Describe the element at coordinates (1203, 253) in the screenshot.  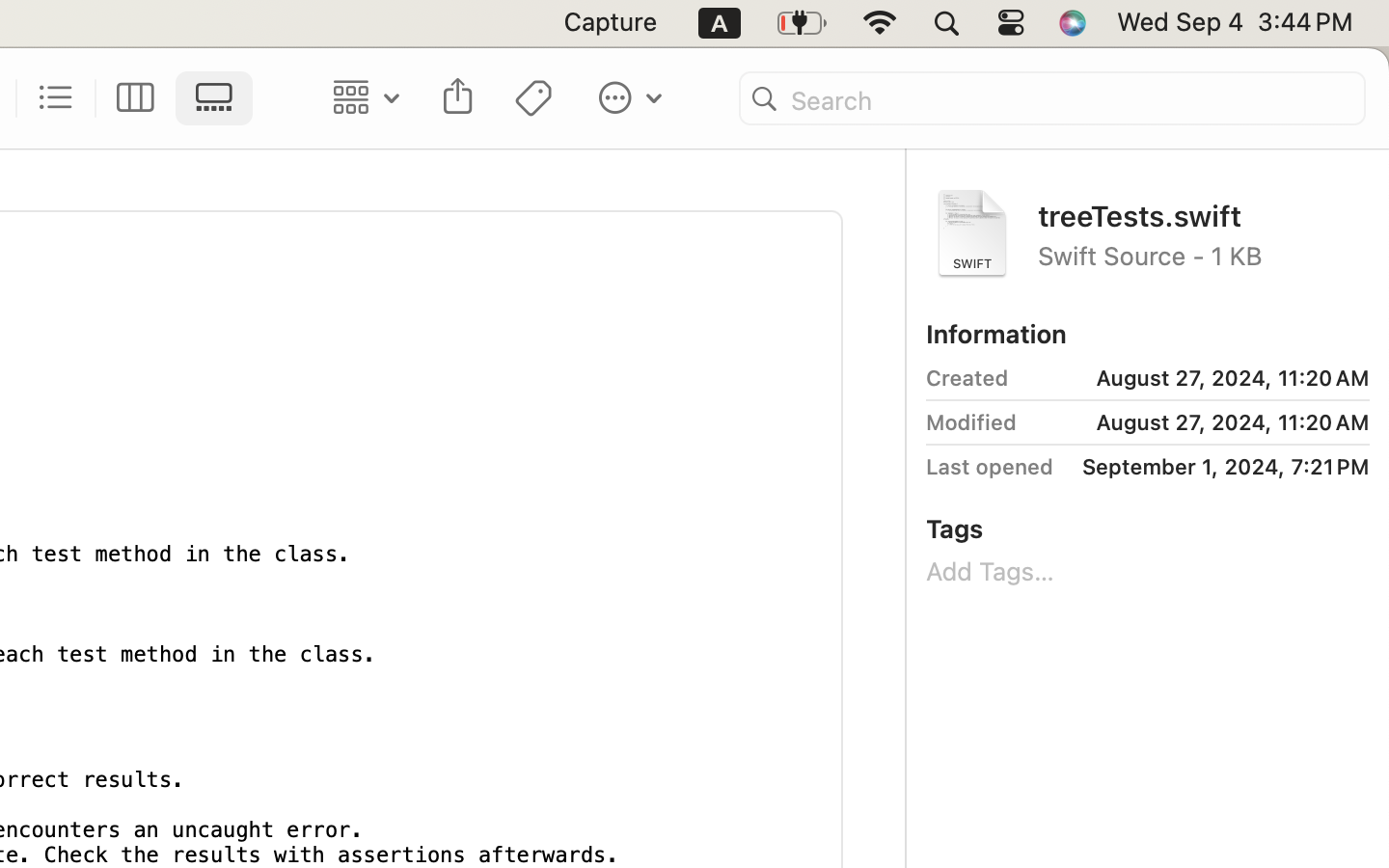
I see `'Swift Source - 1 KB'` at that location.